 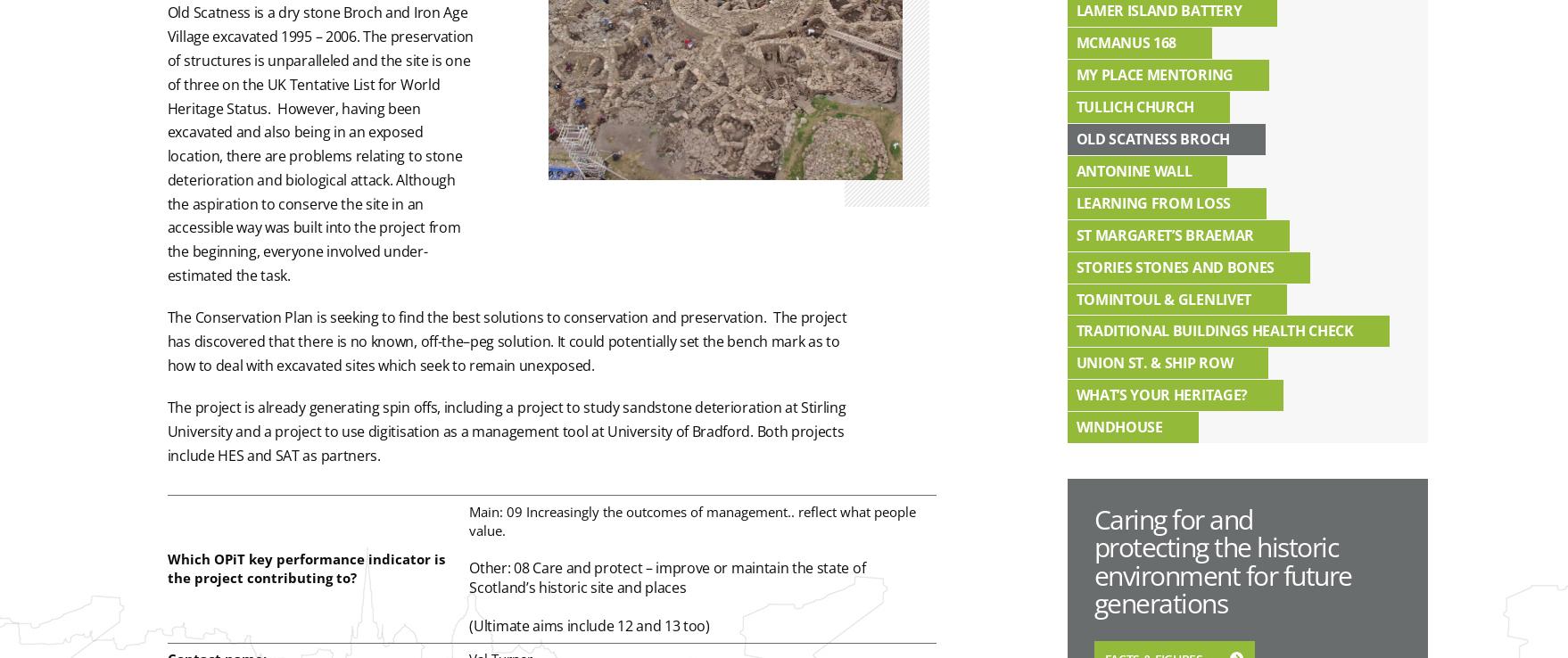 I want to click on 'Caring for and protecting the historic environment for future generations', so click(x=1221, y=560).